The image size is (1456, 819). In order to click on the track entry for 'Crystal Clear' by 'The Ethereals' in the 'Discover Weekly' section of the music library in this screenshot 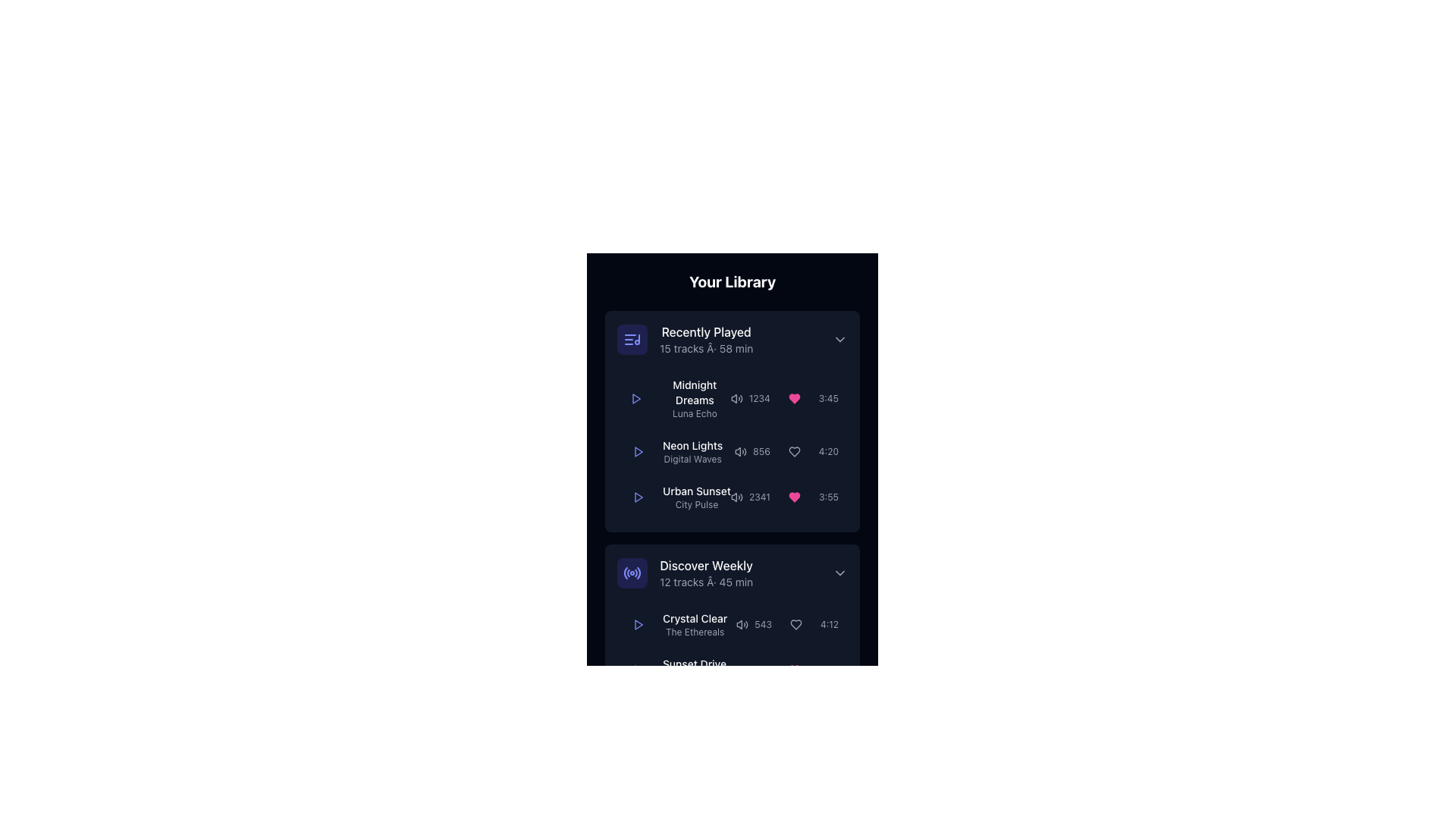, I will do `click(694, 625)`.